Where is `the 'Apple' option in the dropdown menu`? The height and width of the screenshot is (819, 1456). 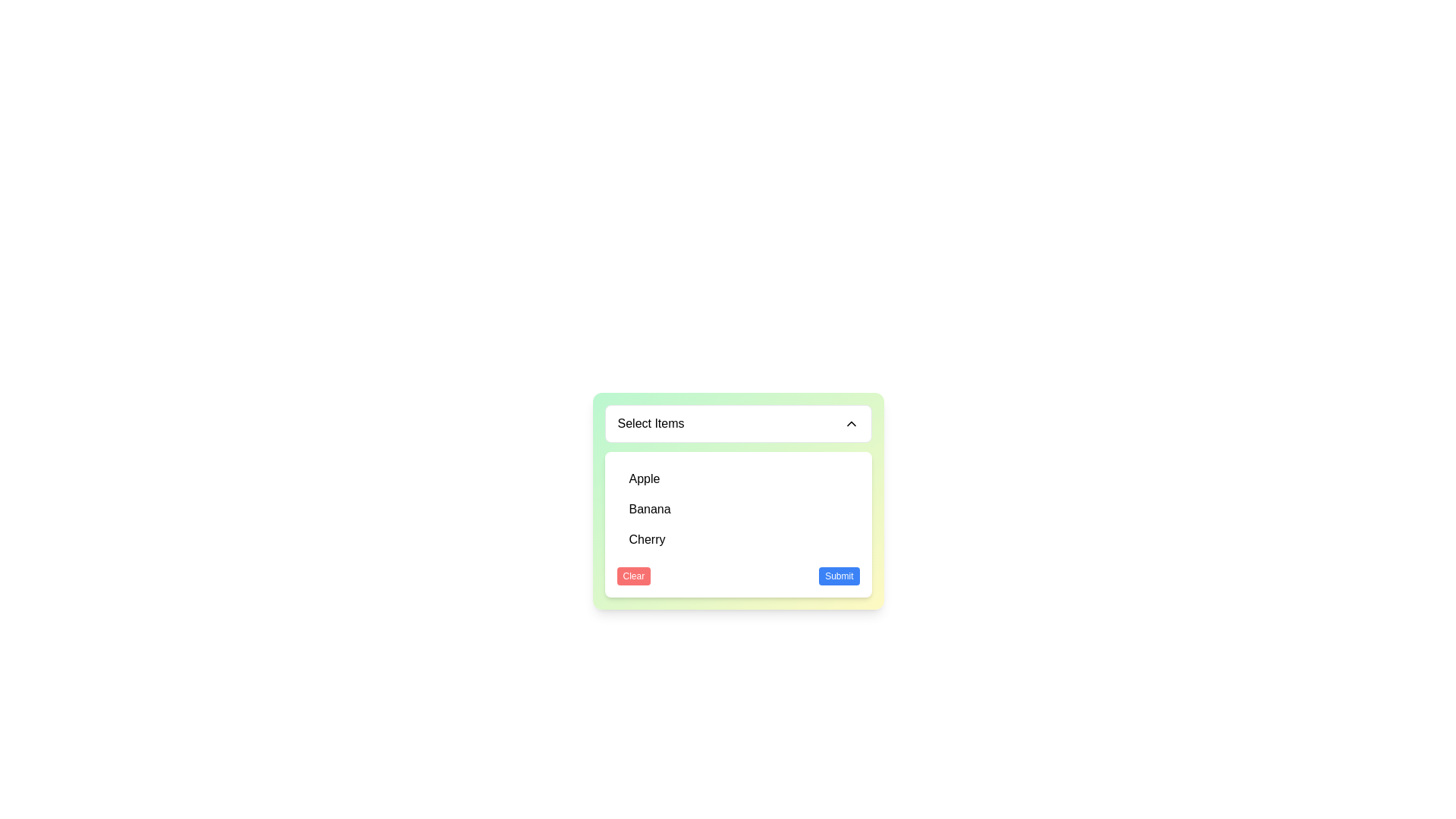 the 'Apple' option in the dropdown menu is located at coordinates (644, 479).